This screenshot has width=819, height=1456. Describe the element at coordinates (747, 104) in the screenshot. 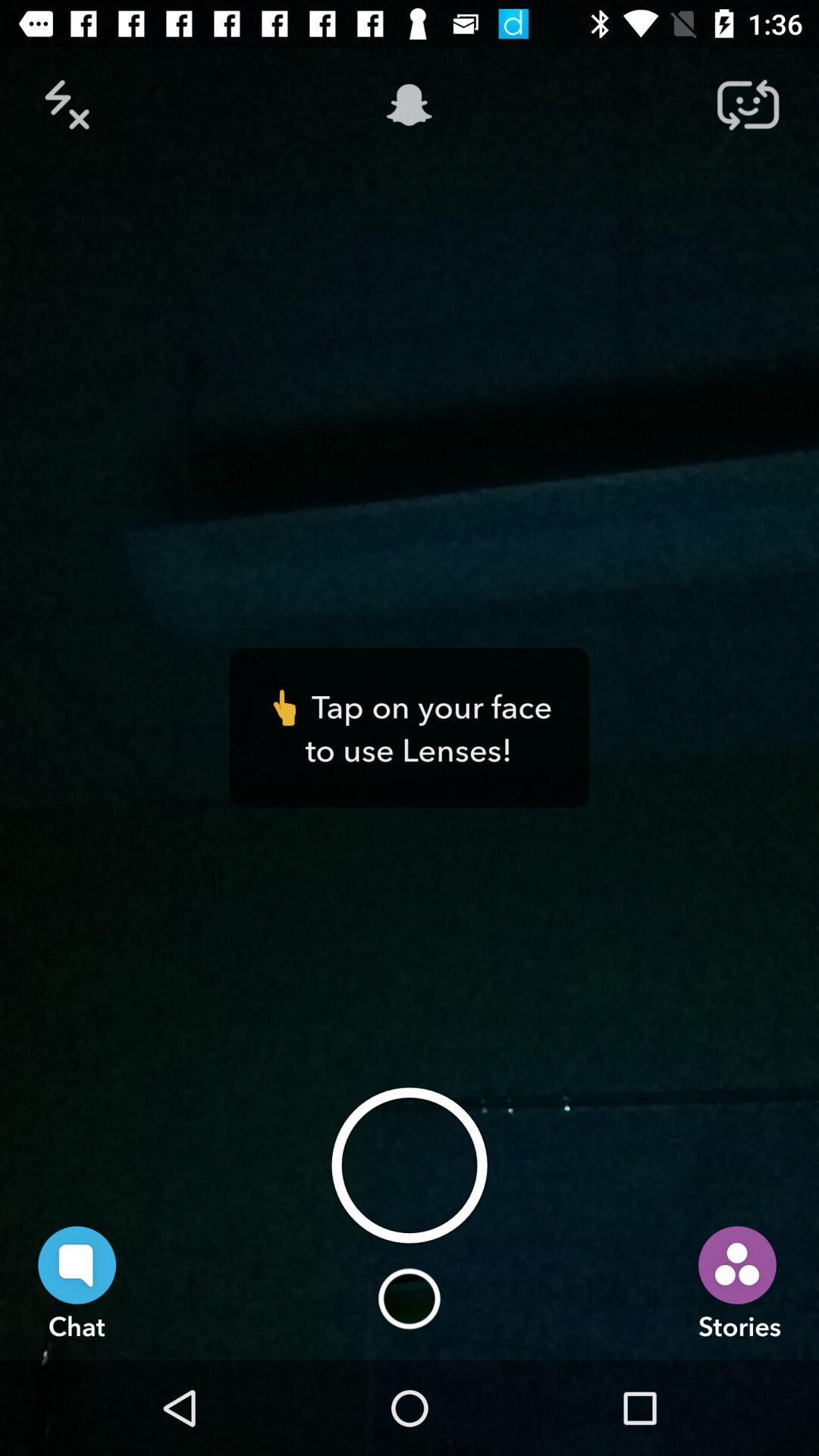

I see `the repeat icon` at that location.